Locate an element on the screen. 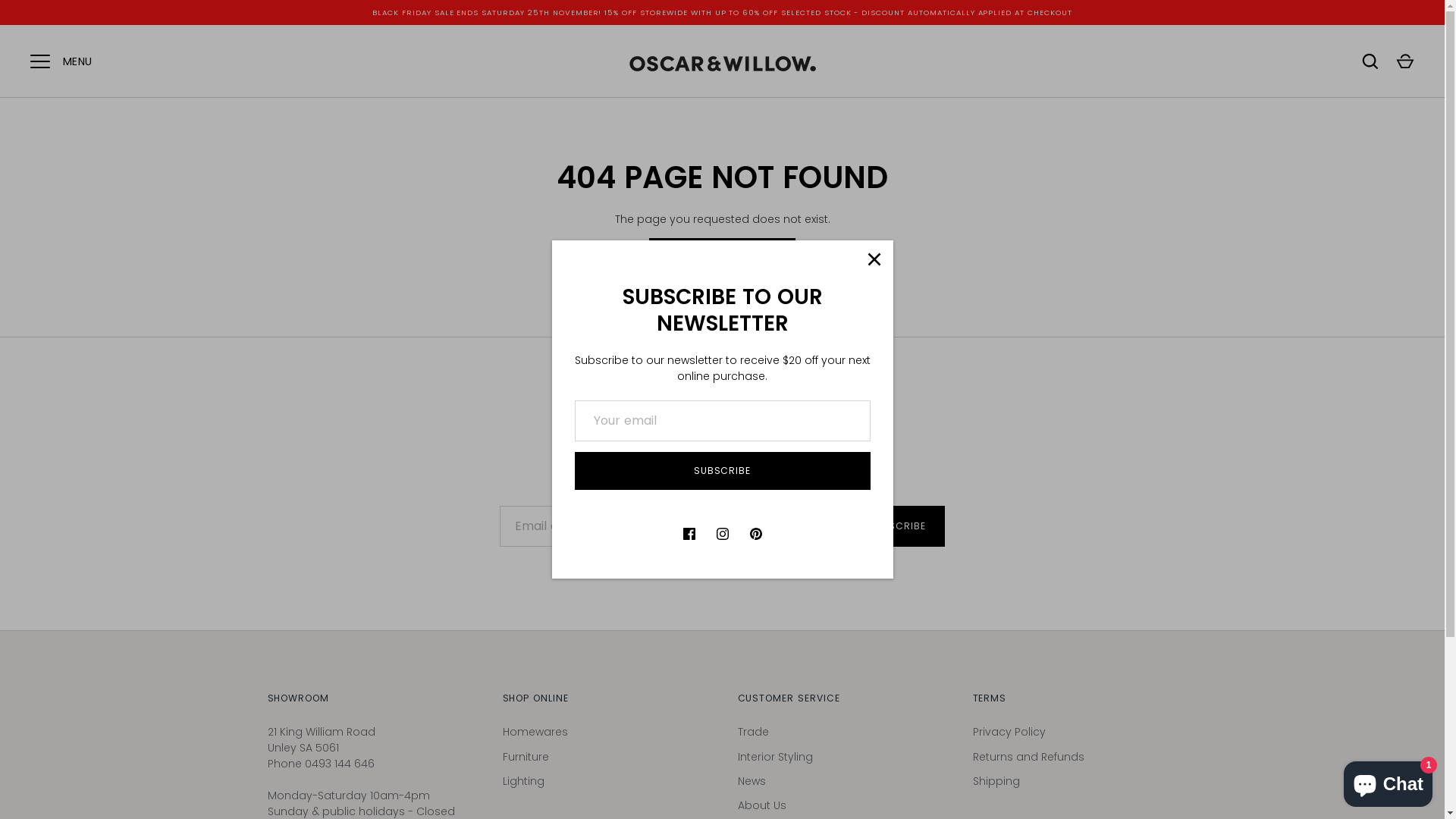 This screenshot has height=819, width=1456. 'Returns and Refunds' is located at coordinates (1028, 757).